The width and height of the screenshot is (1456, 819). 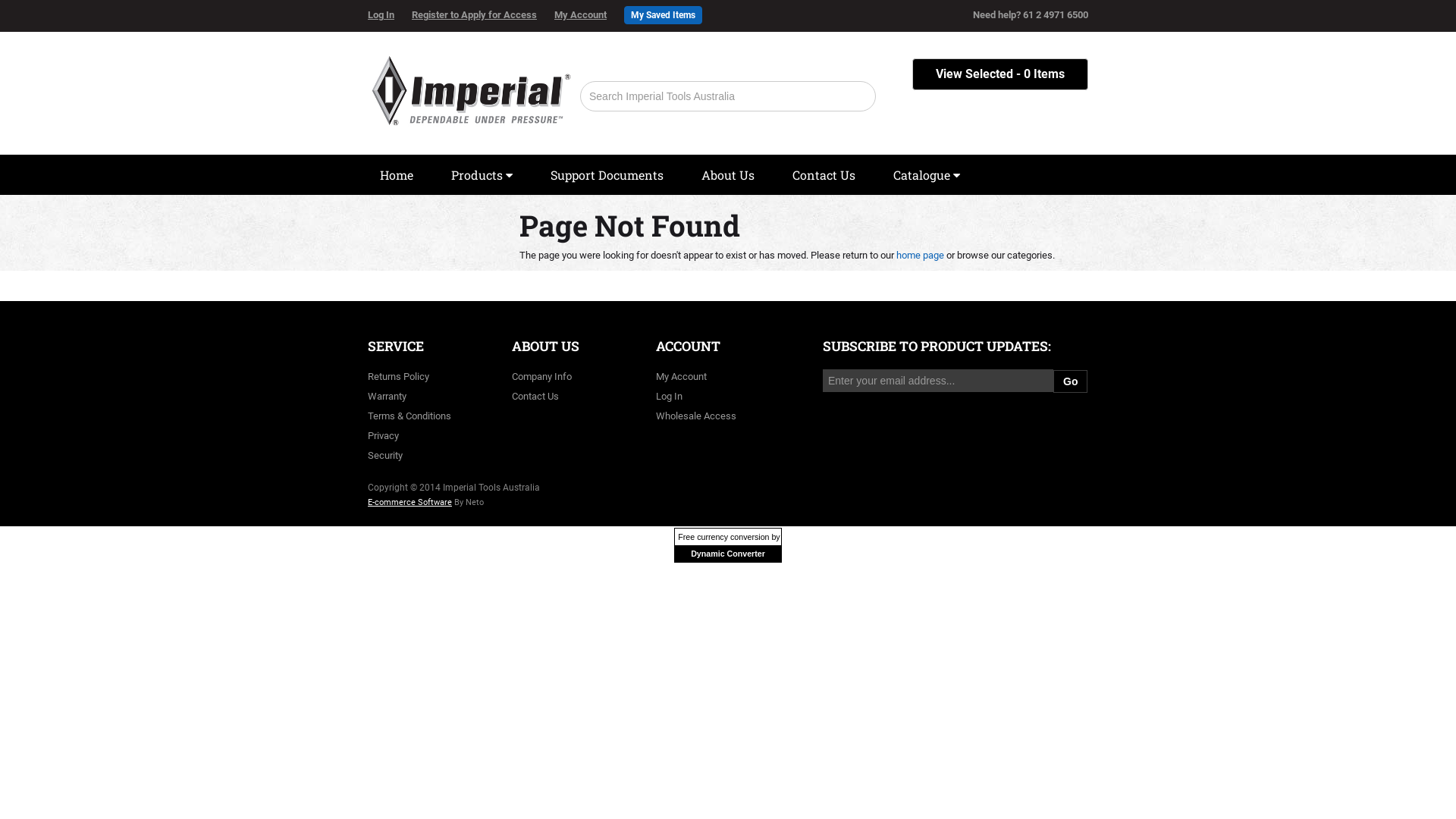 What do you see at coordinates (469, 86) in the screenshot?
I see `'Imperial Tools Australasia'` at bounding box center [469, 86].